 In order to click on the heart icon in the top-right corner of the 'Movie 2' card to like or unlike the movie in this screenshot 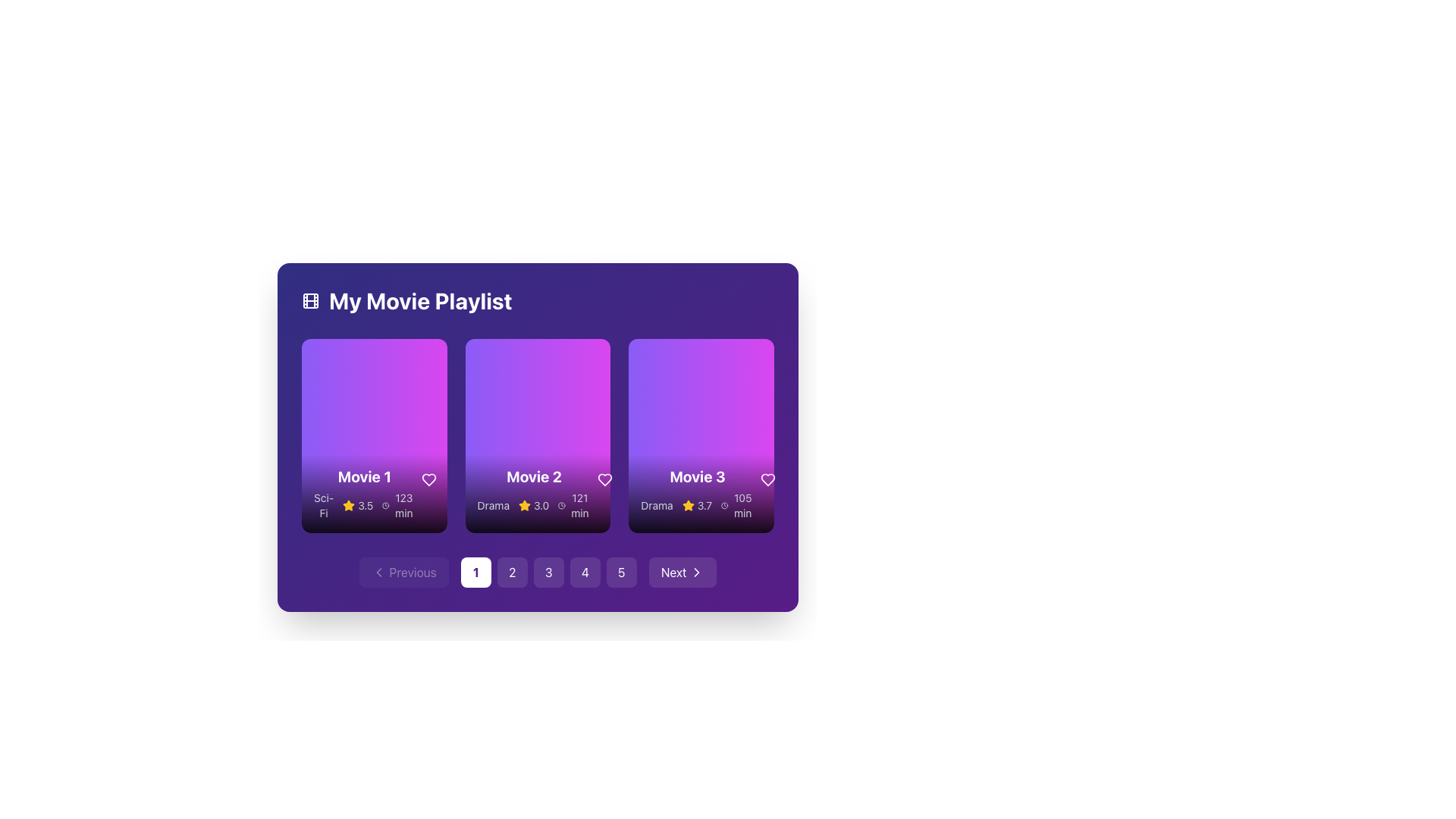, I will do `click(604, 479)`.